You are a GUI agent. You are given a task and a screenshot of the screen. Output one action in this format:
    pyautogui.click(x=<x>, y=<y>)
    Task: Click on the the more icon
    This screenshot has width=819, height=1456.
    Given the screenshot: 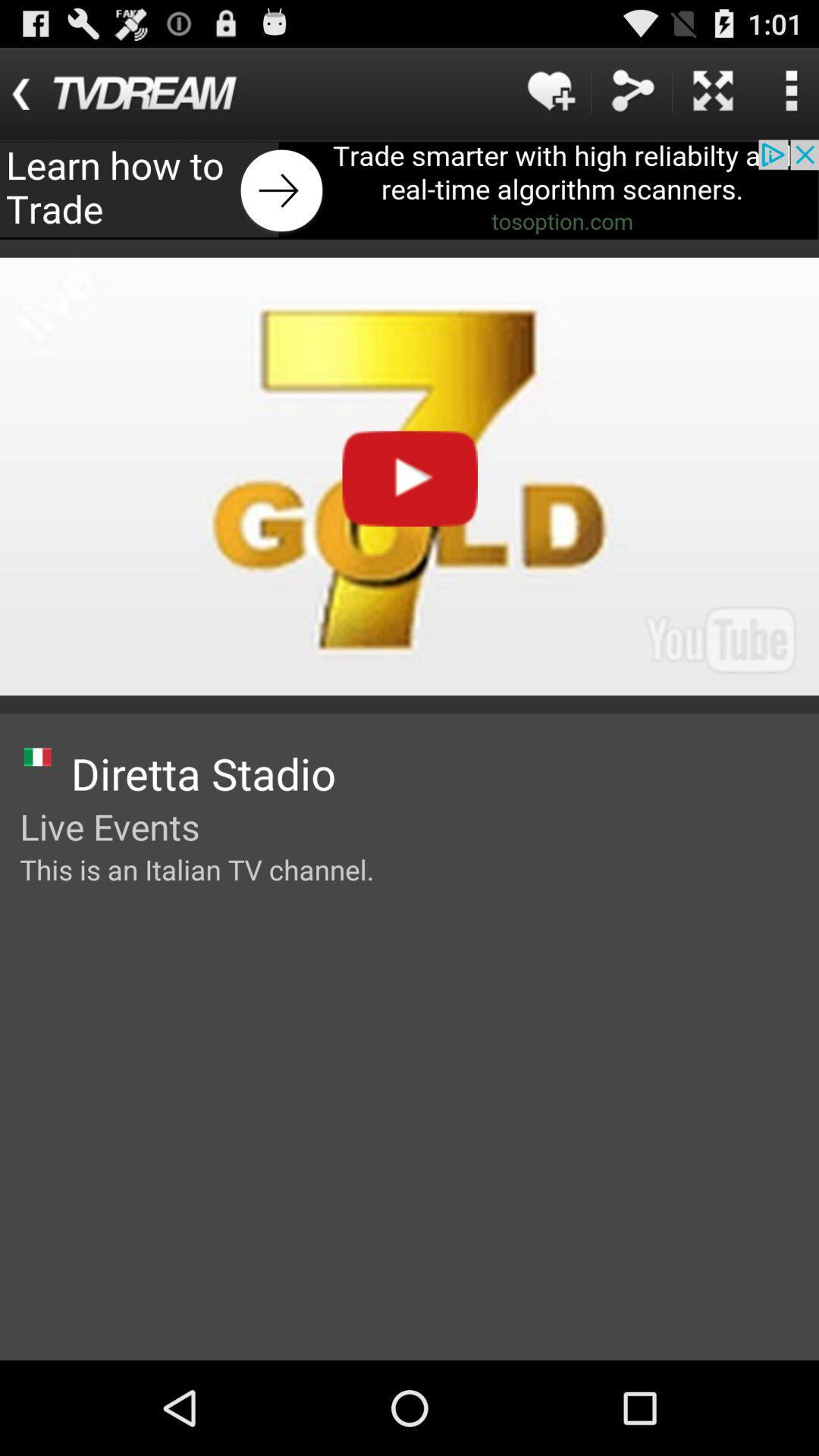 What is the action you would take?
    pyautogui.click(x=790, y=96)
    